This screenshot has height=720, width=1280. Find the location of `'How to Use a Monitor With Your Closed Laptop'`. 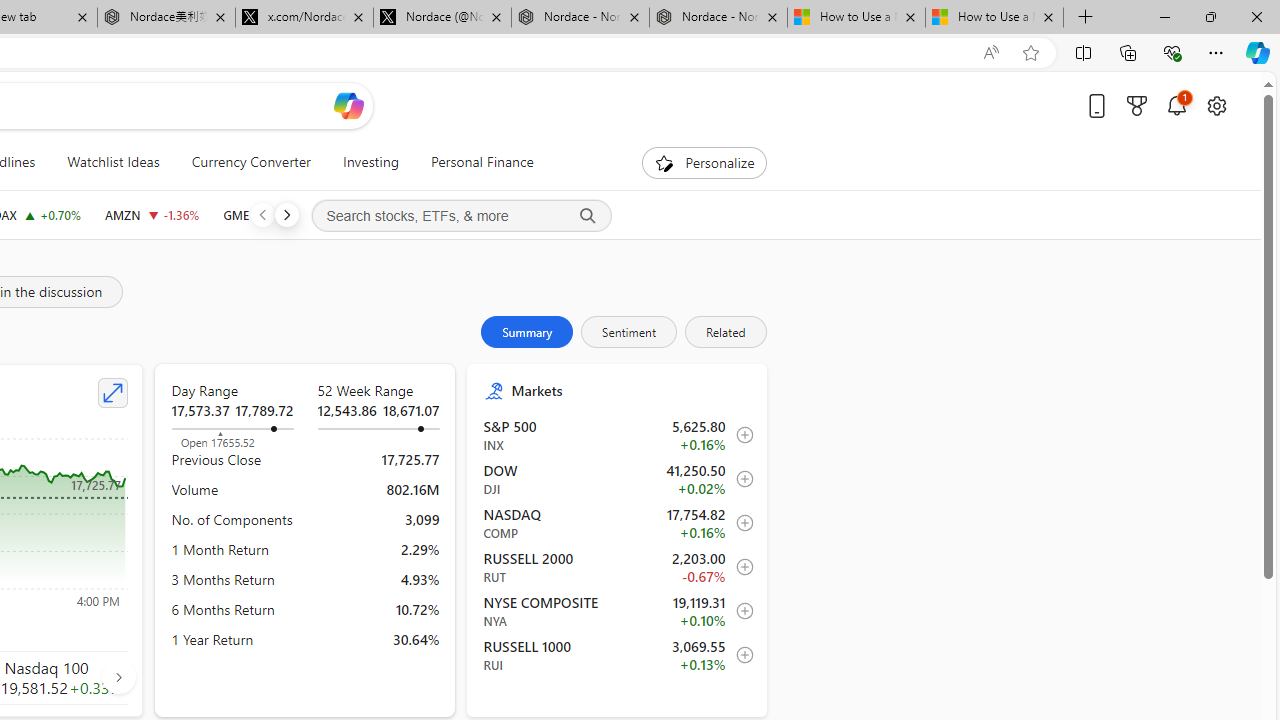

'How to Use a Monitor With Your Closed Laptop' is located at coordinates (994, 17).